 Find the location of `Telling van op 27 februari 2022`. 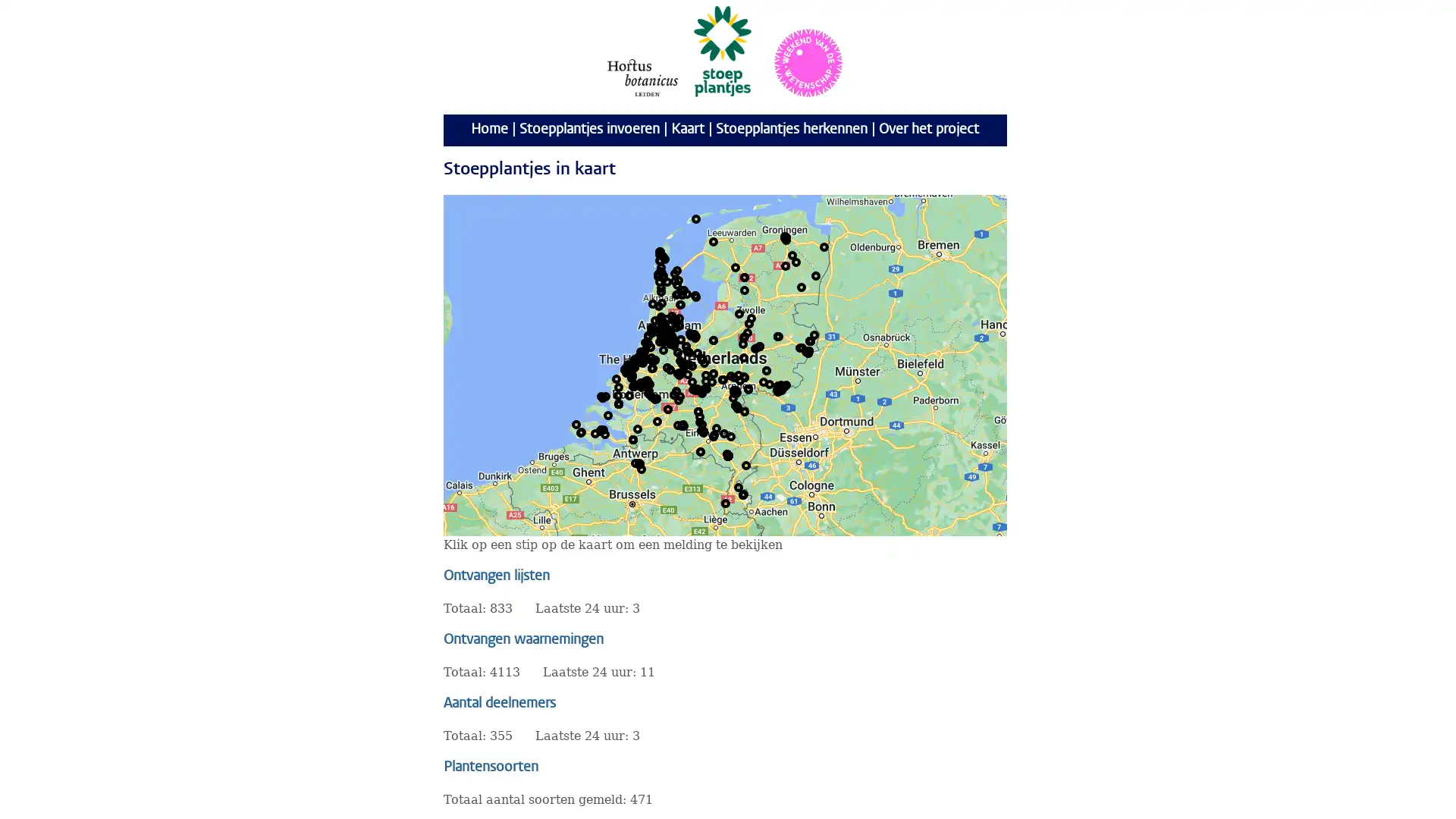

Telling van op 27 februari 2022 is located at coordinates (692, 388).